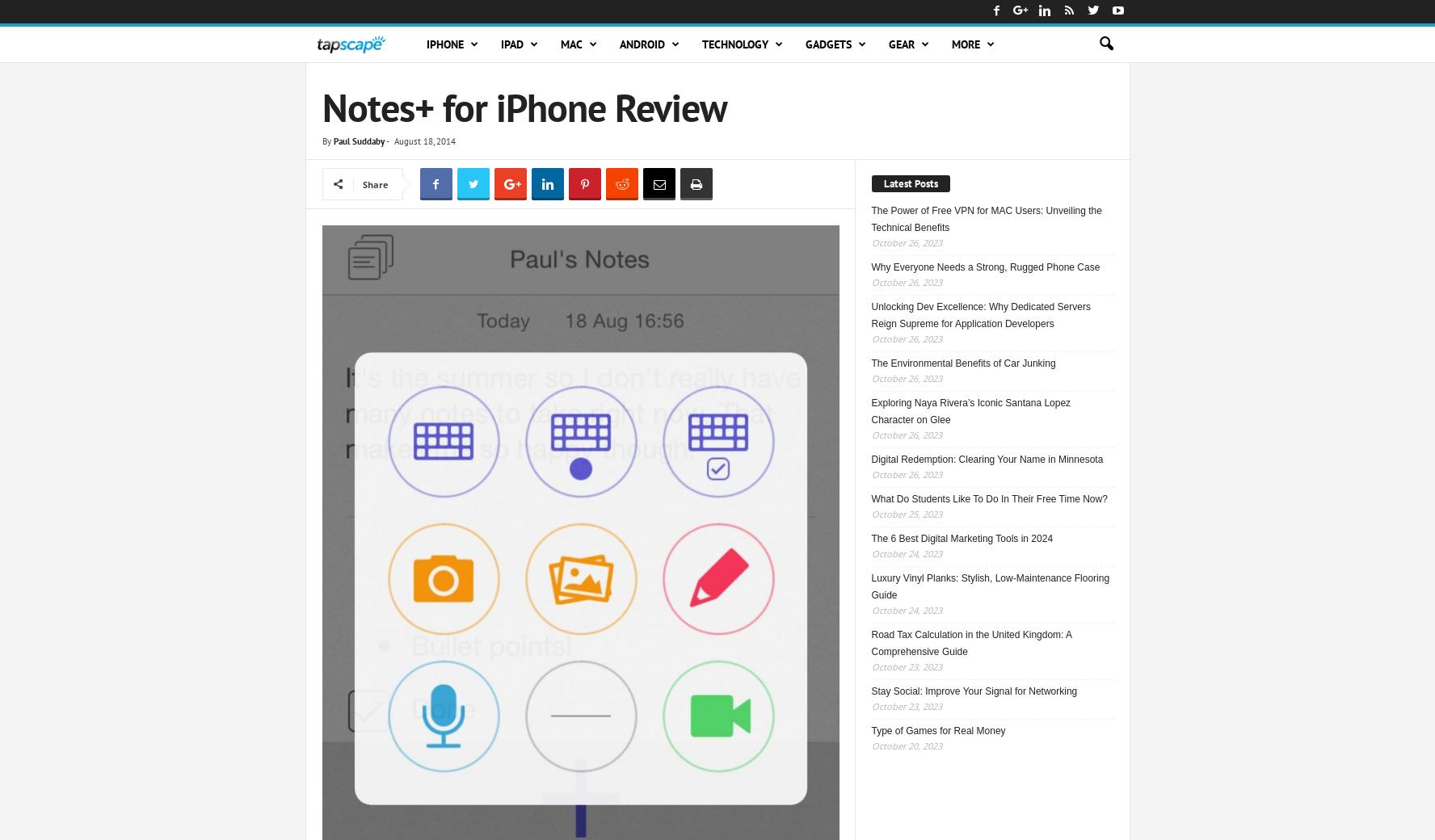 The height and width of the screenshot is (840, 1435). Describe the element at coordinates (985, 217) in the screenshot. I see `'The Power of Free VPN for MAC Users: Unveiling the Technical Benefits'` at that location.